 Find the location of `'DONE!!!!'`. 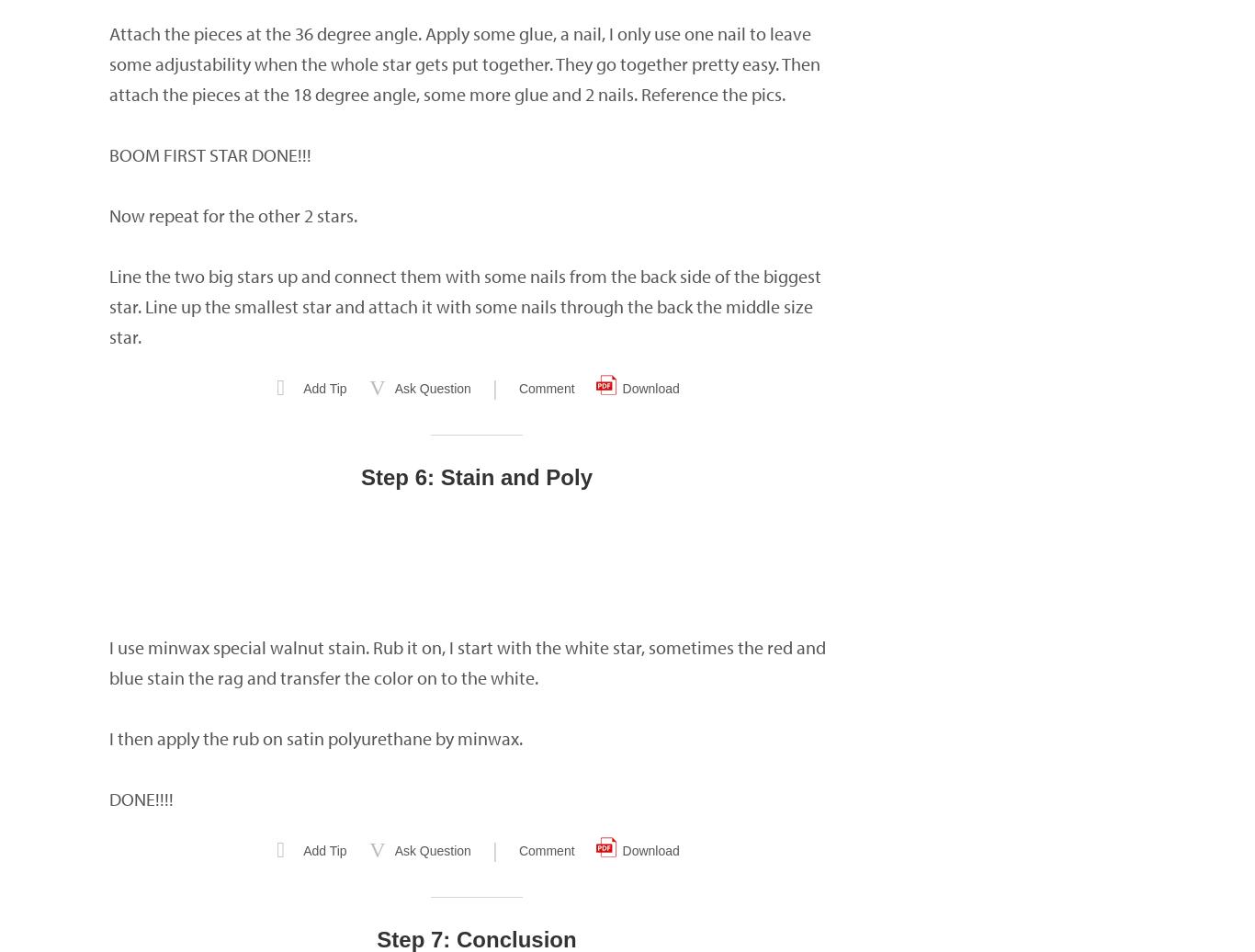

'DONE!!!!' is located at coordinates (140, 799).